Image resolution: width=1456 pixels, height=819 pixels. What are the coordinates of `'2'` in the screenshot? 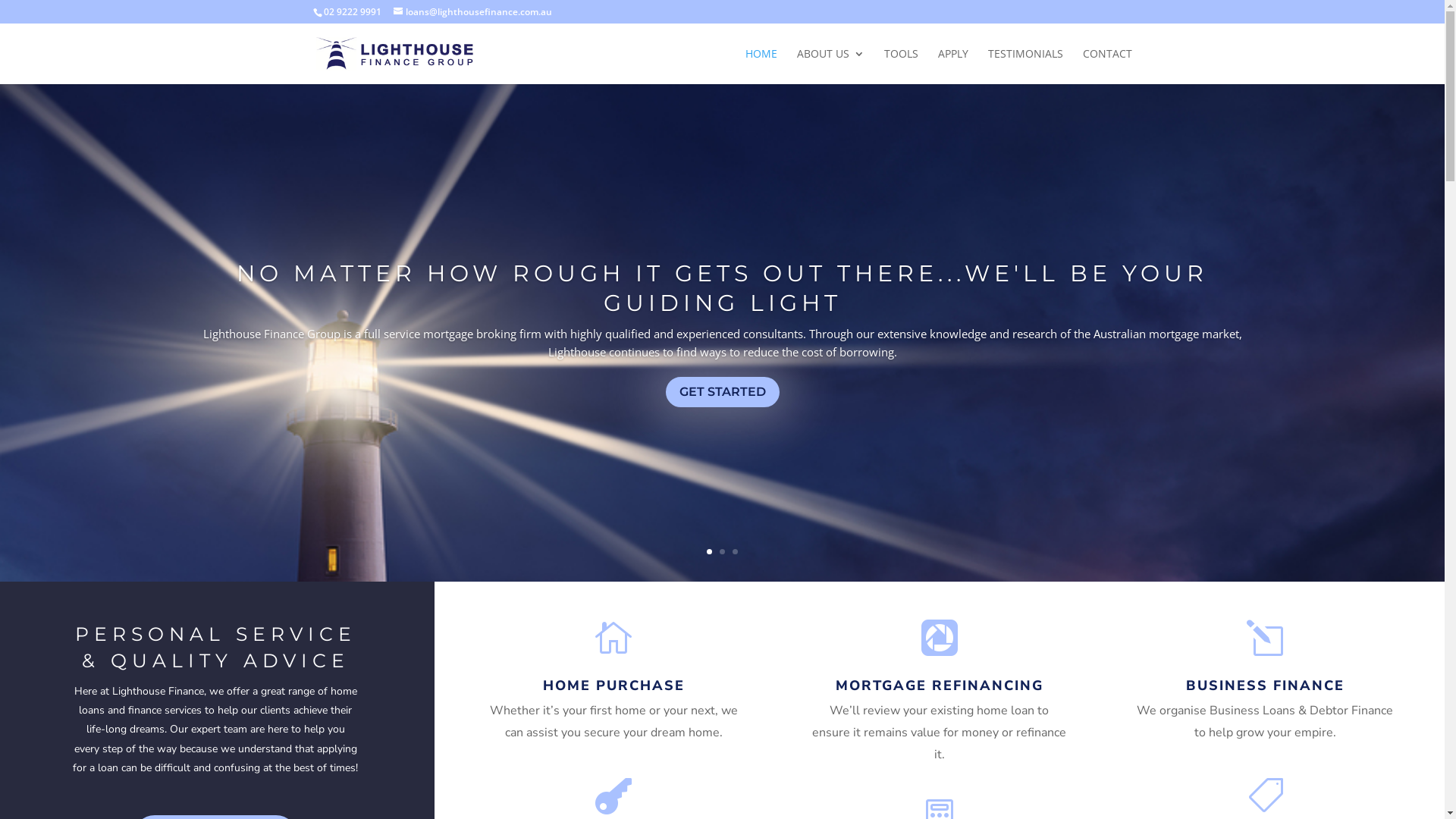 It's located at (721, 551).